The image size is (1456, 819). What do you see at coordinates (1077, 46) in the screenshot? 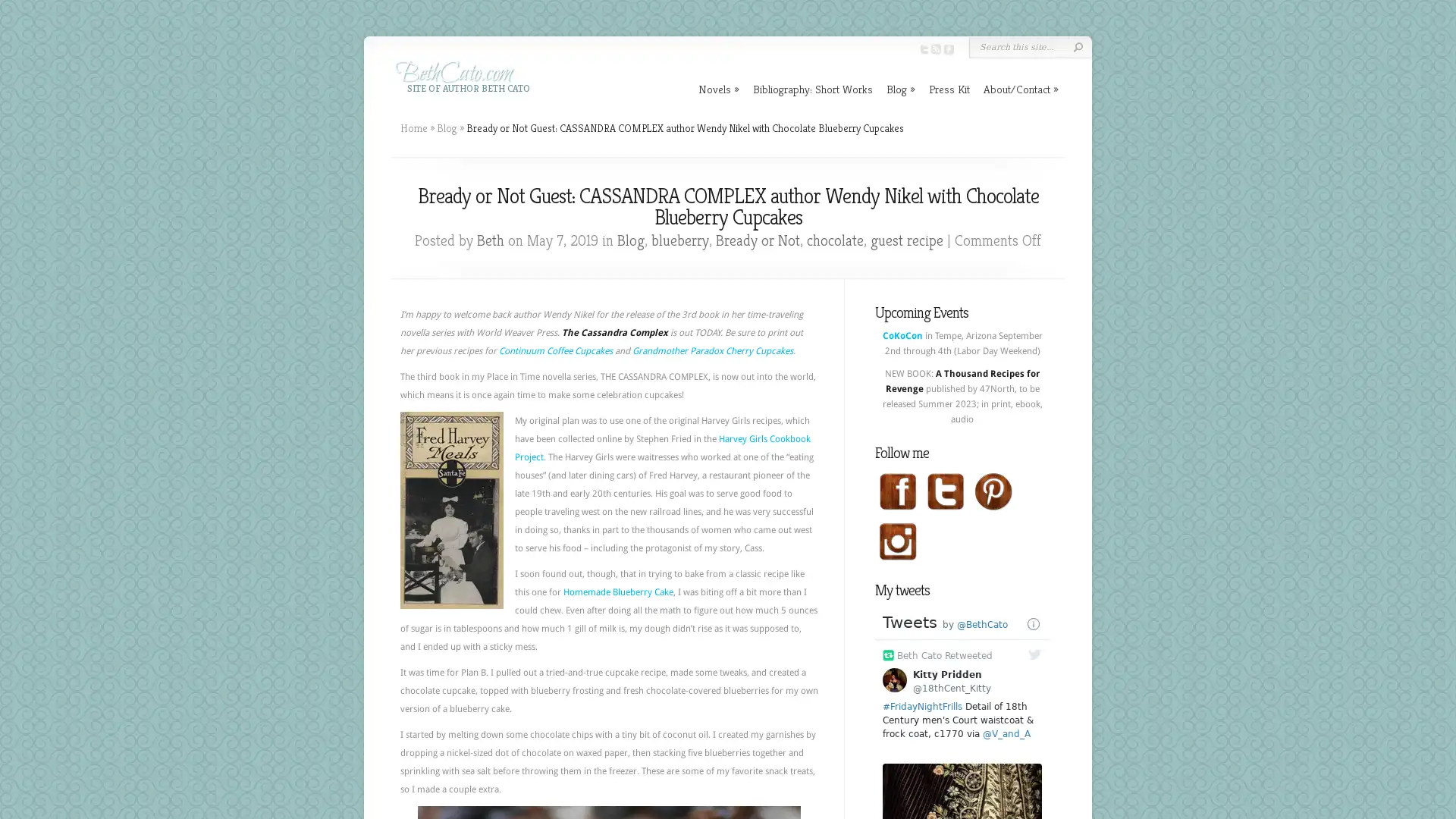
I see `Submit` at bounding box center [1077, 46].